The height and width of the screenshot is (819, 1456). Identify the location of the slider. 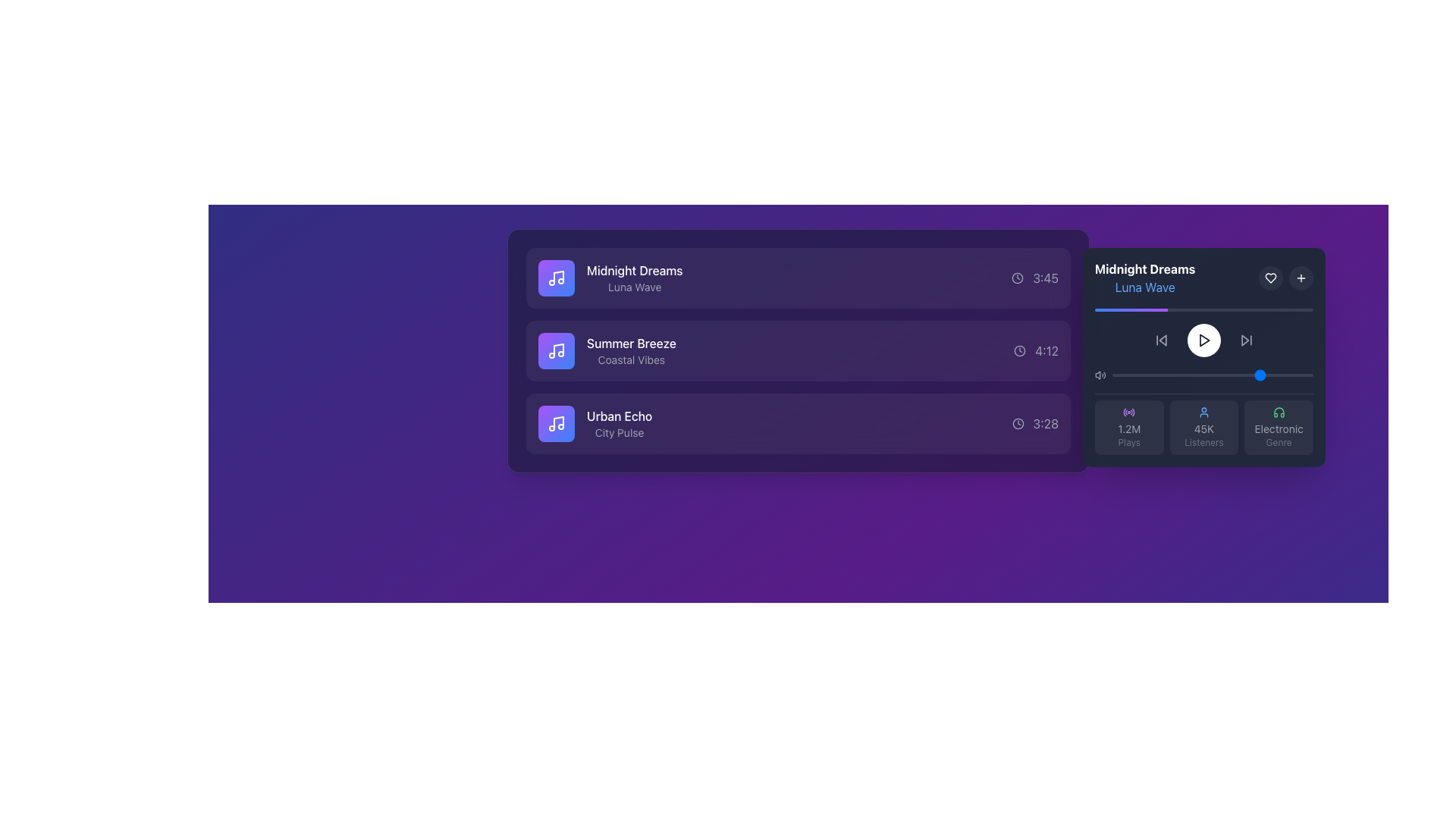
(1216, 375).